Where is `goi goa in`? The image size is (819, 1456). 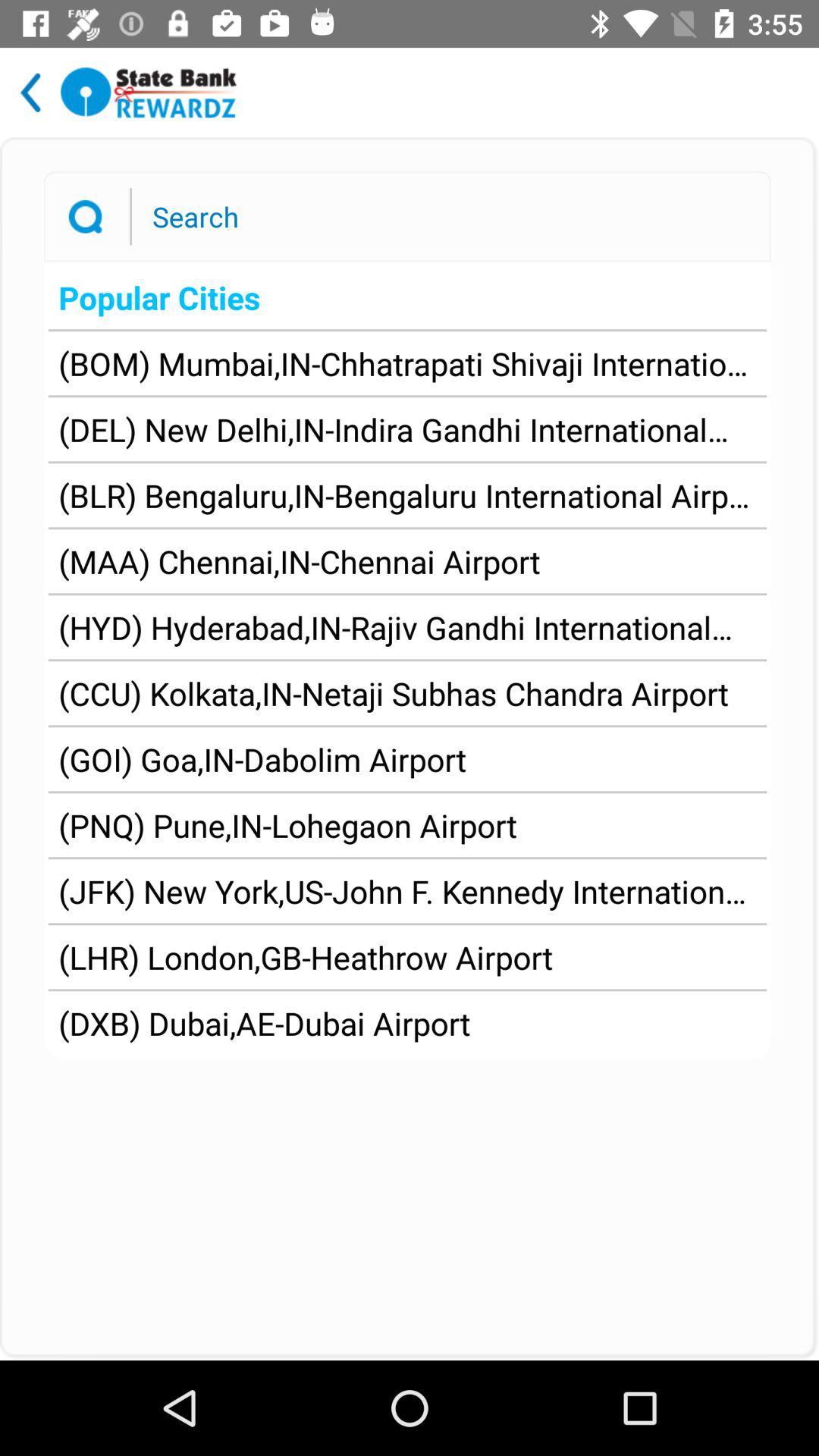
goi goa in is located at coordinates (262, 759).